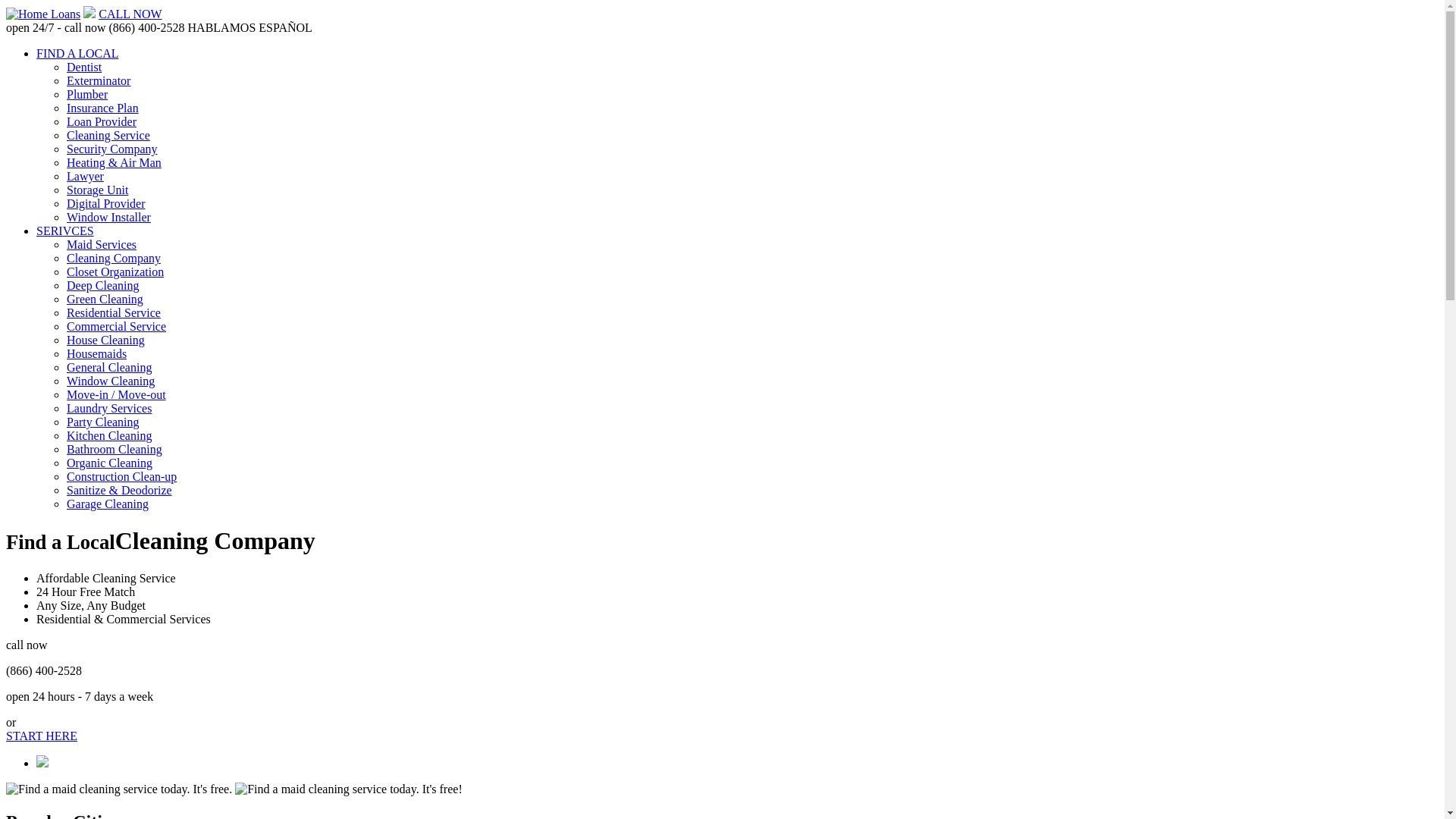 This screenshot has height=819, width=1456. I want to click on 'Heating & Air Man', so click(113, 162).